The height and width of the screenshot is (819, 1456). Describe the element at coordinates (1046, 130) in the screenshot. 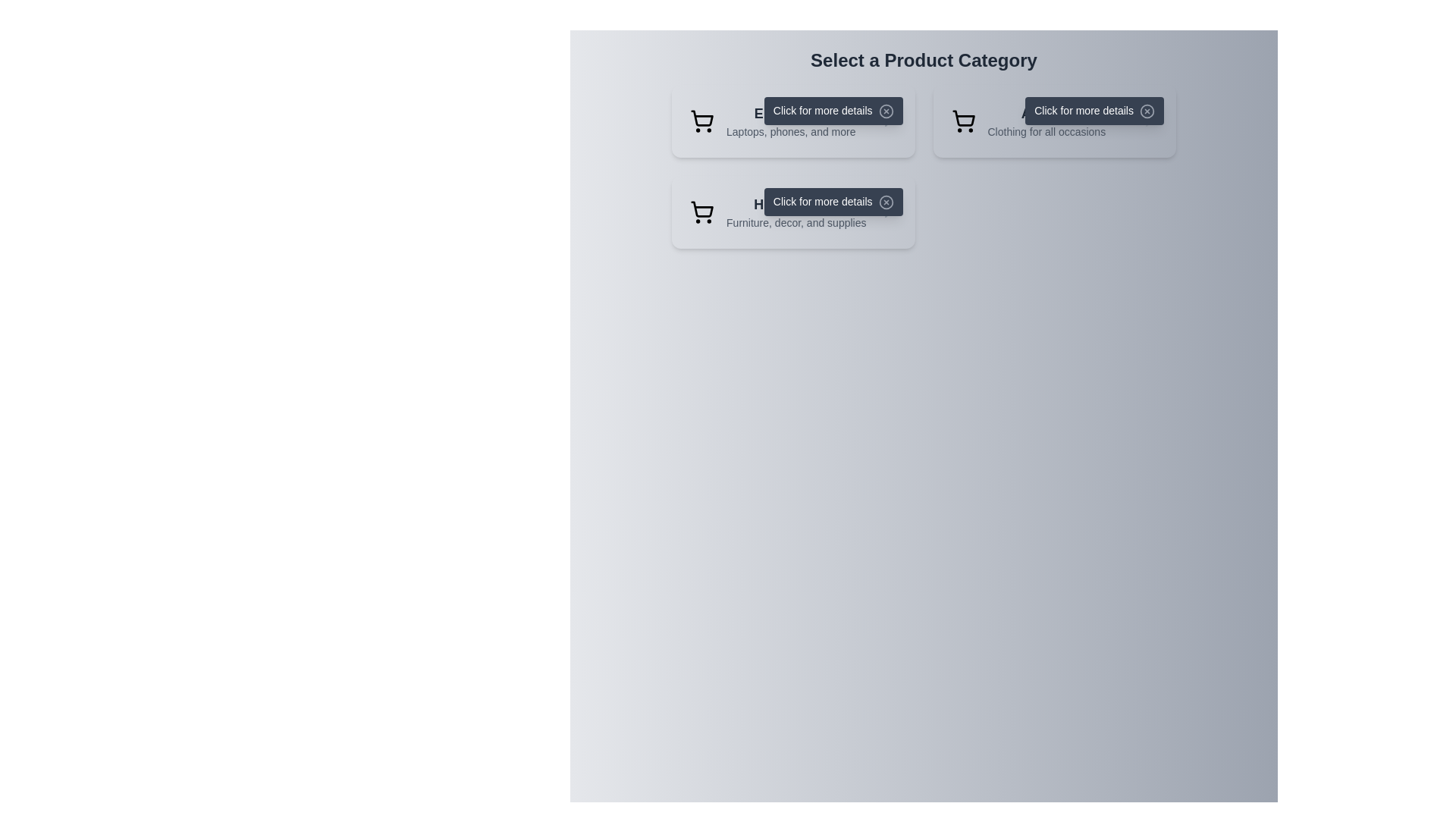

I see `the Text Label displaying 'Clothing for all occasions', which is styled in light gray and located below the bold title 'Apparel'` at that location.